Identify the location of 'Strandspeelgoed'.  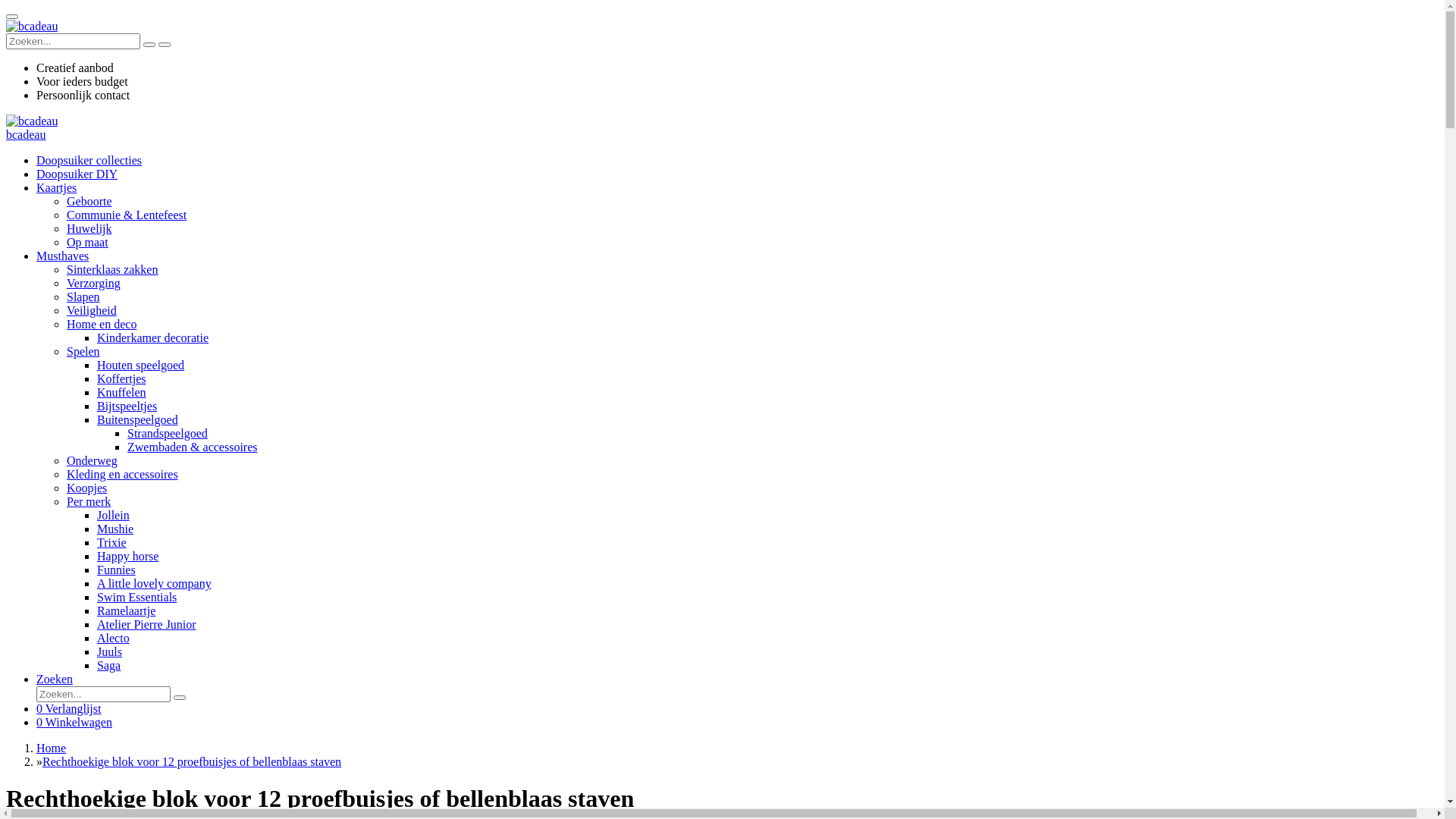
(167, 433).